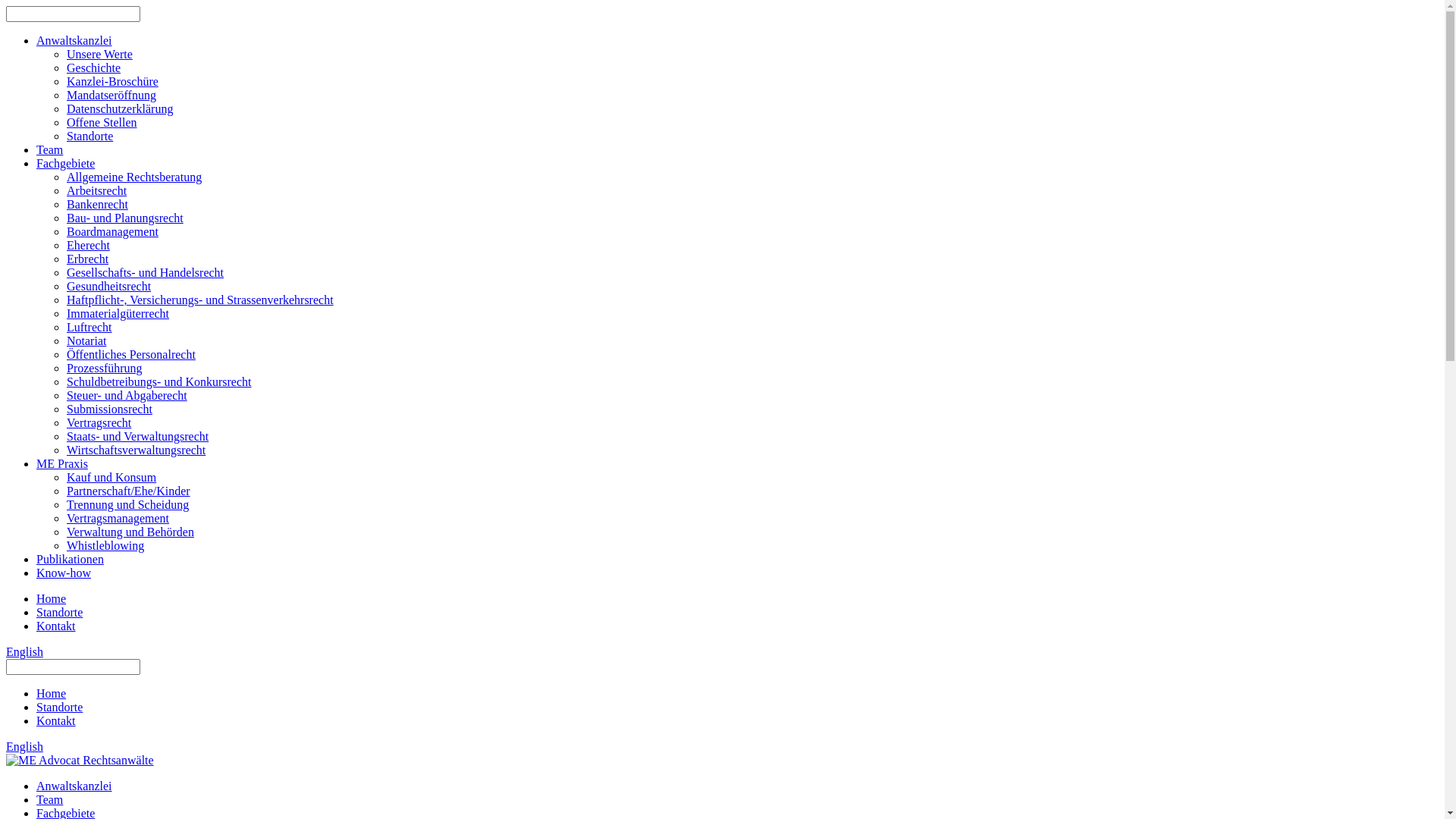 This screenshot has height=819, width=1456. Describe the element at coordinates (51, 693) in the screenshot. I see `'Home'` at that location.